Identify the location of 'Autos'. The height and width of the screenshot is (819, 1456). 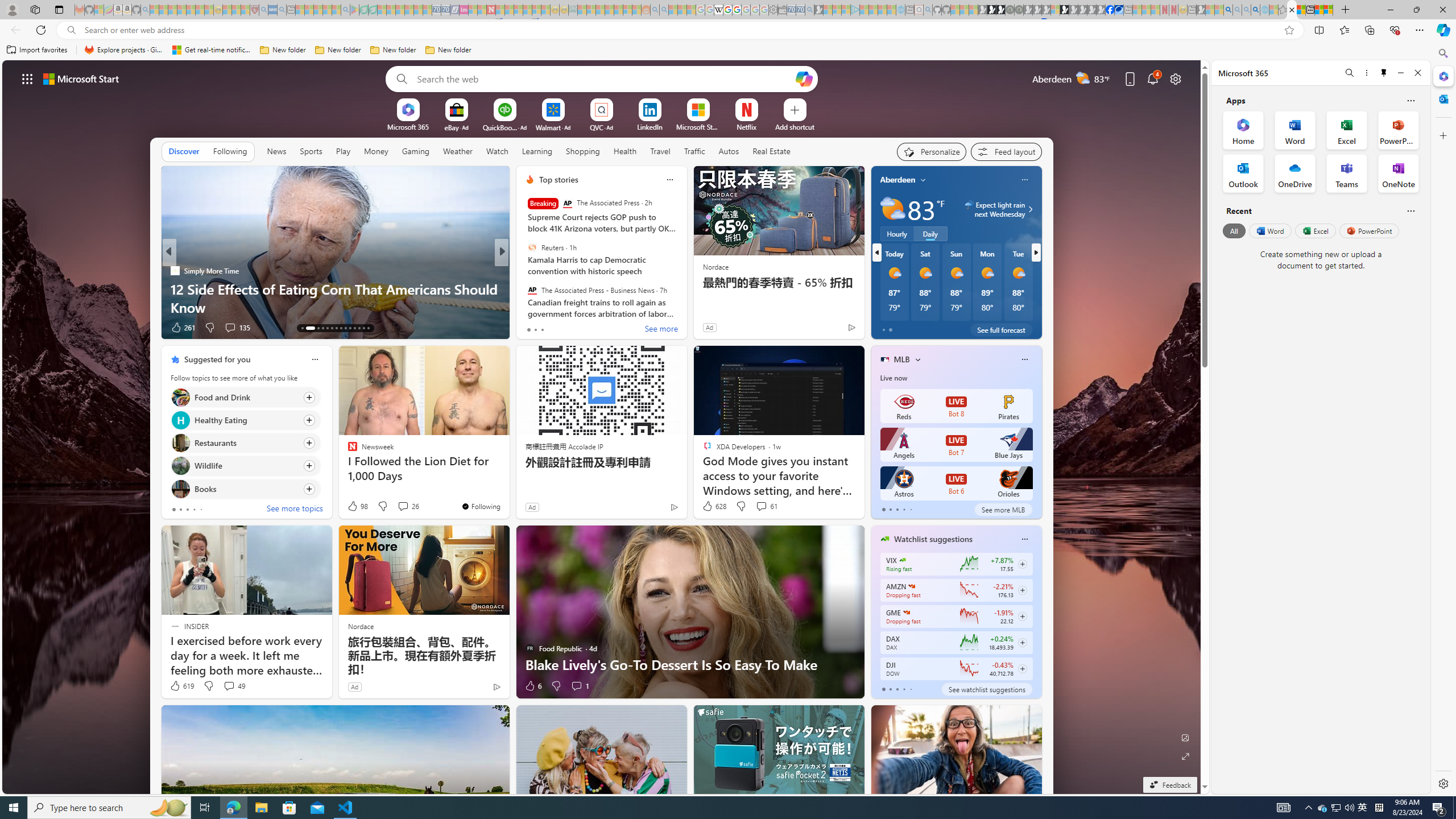
(729, 150).